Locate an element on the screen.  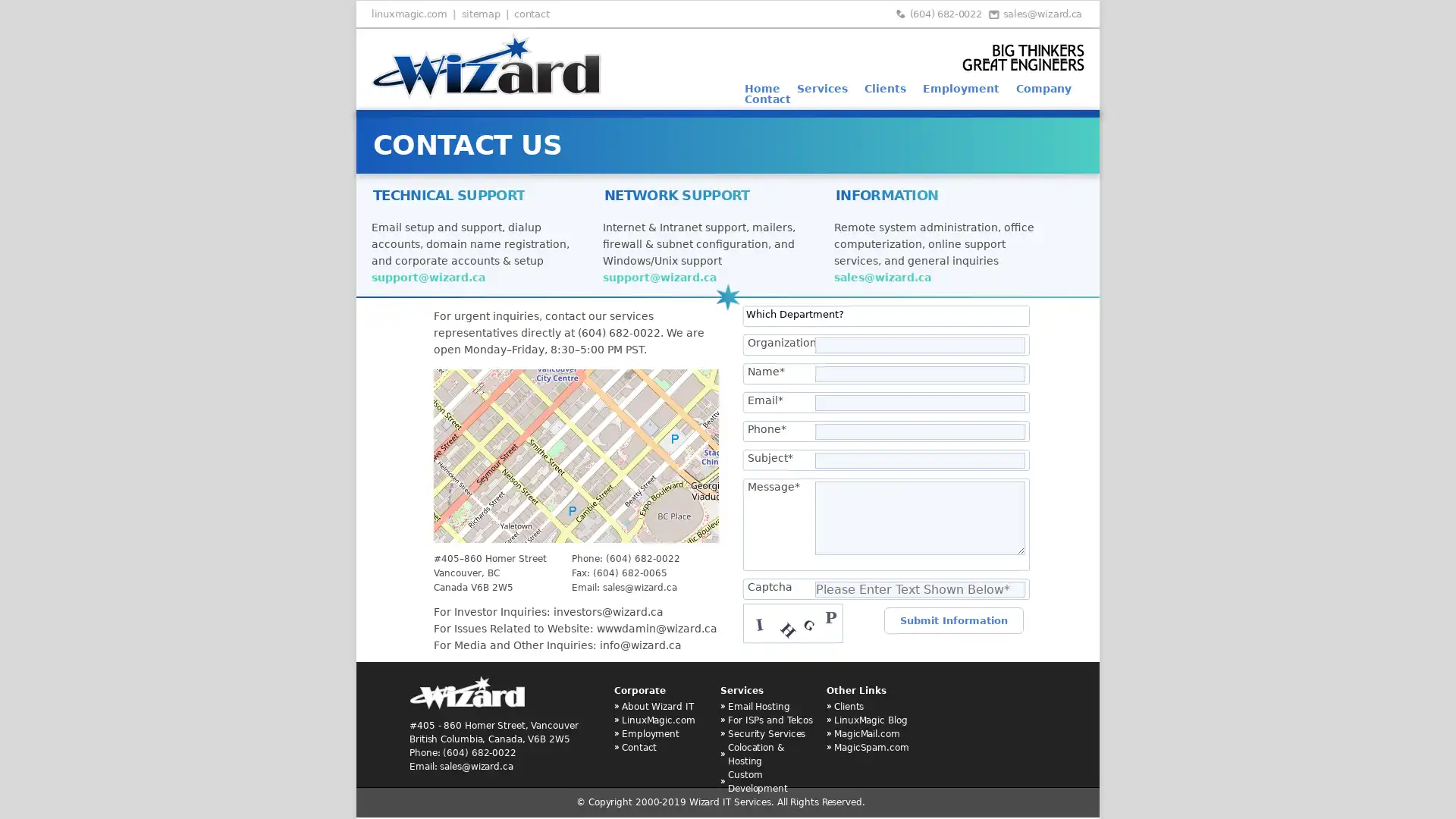
i is located at coordinates (440, 649).